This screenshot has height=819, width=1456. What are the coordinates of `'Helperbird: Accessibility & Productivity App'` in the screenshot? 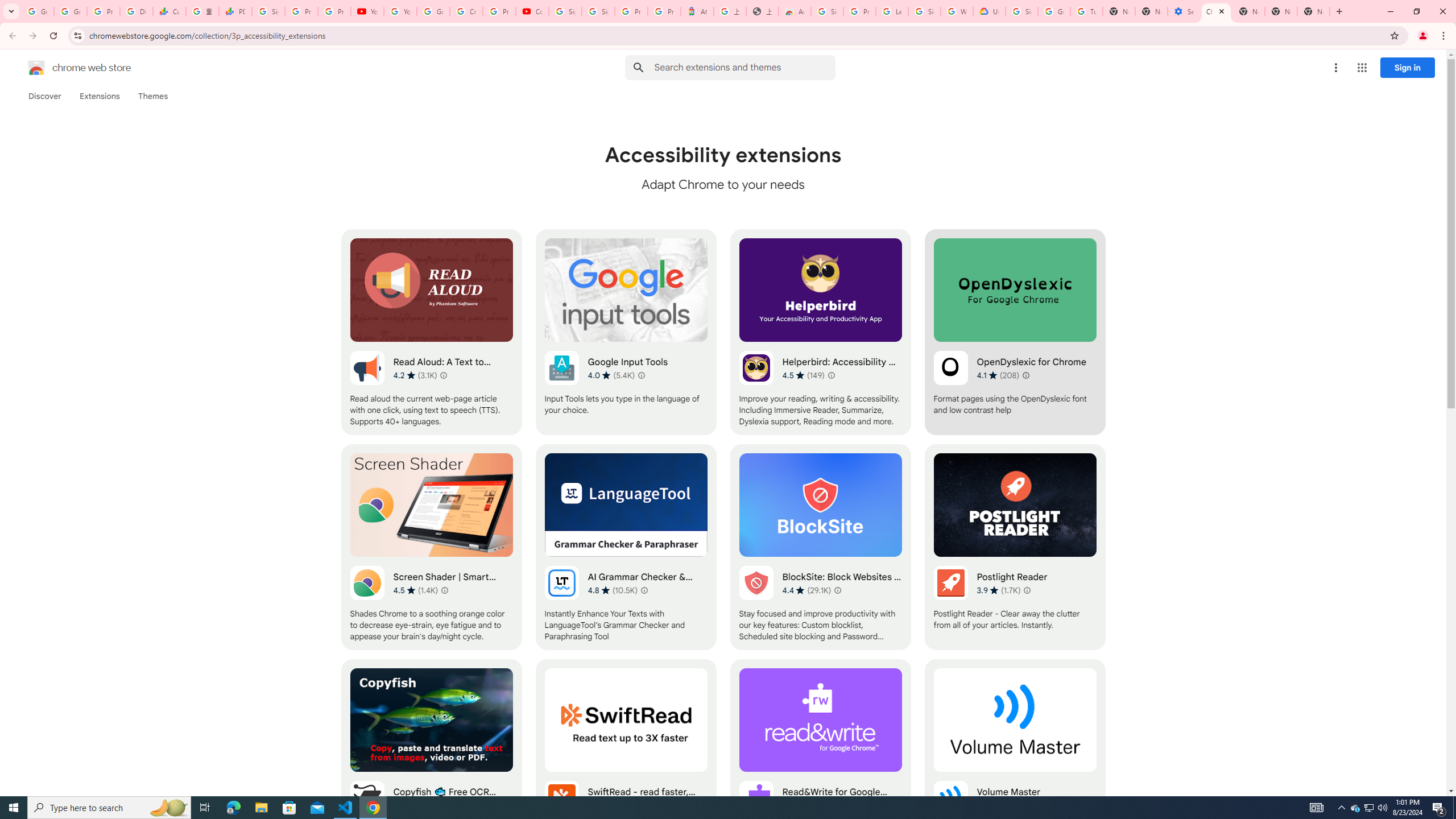 It's located at (820, 331).